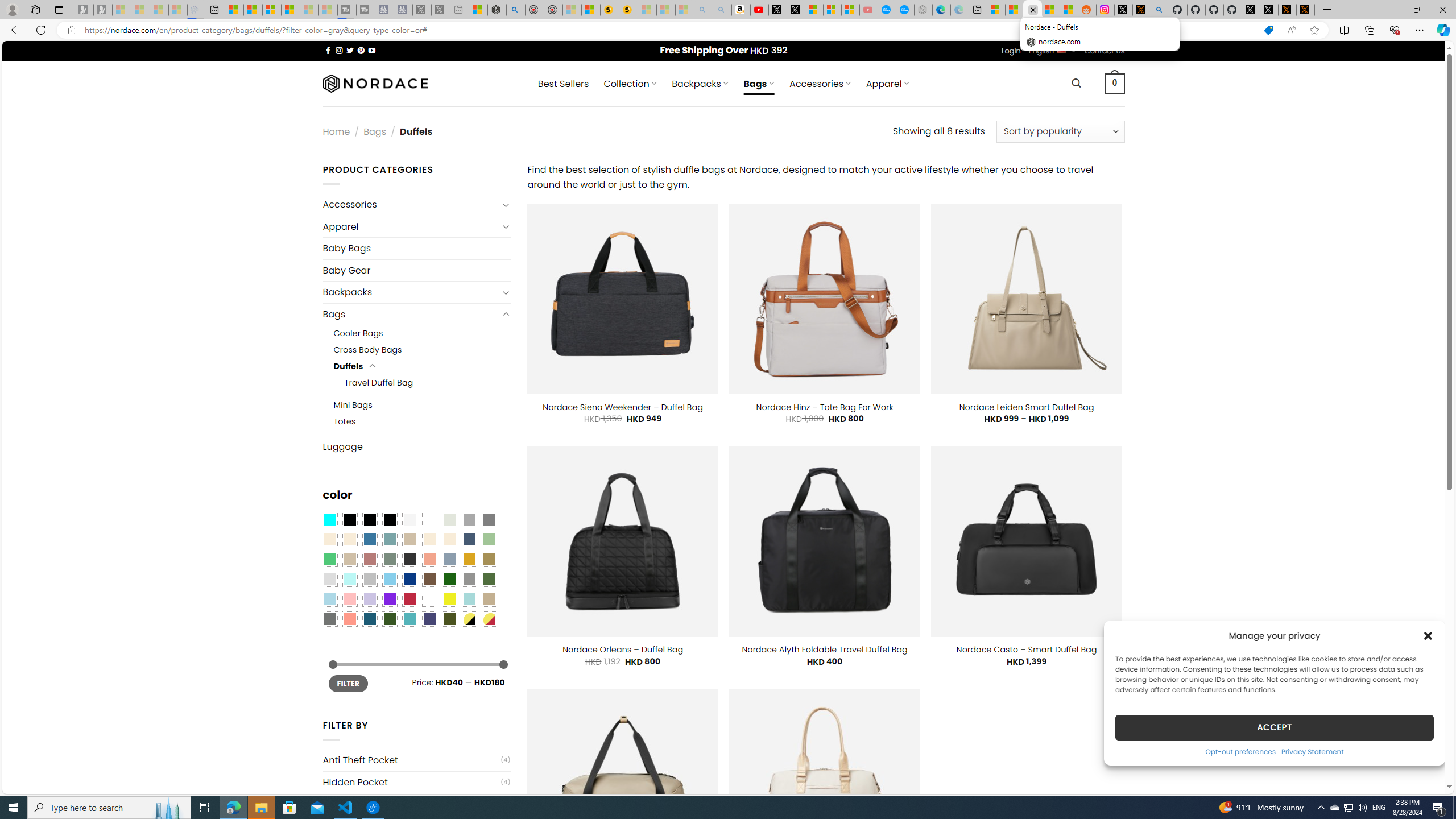  What do you see at coordinates (421, 333) in the screenshot?
I see `'Cooler Bags'` at bounding box center [421, 333].